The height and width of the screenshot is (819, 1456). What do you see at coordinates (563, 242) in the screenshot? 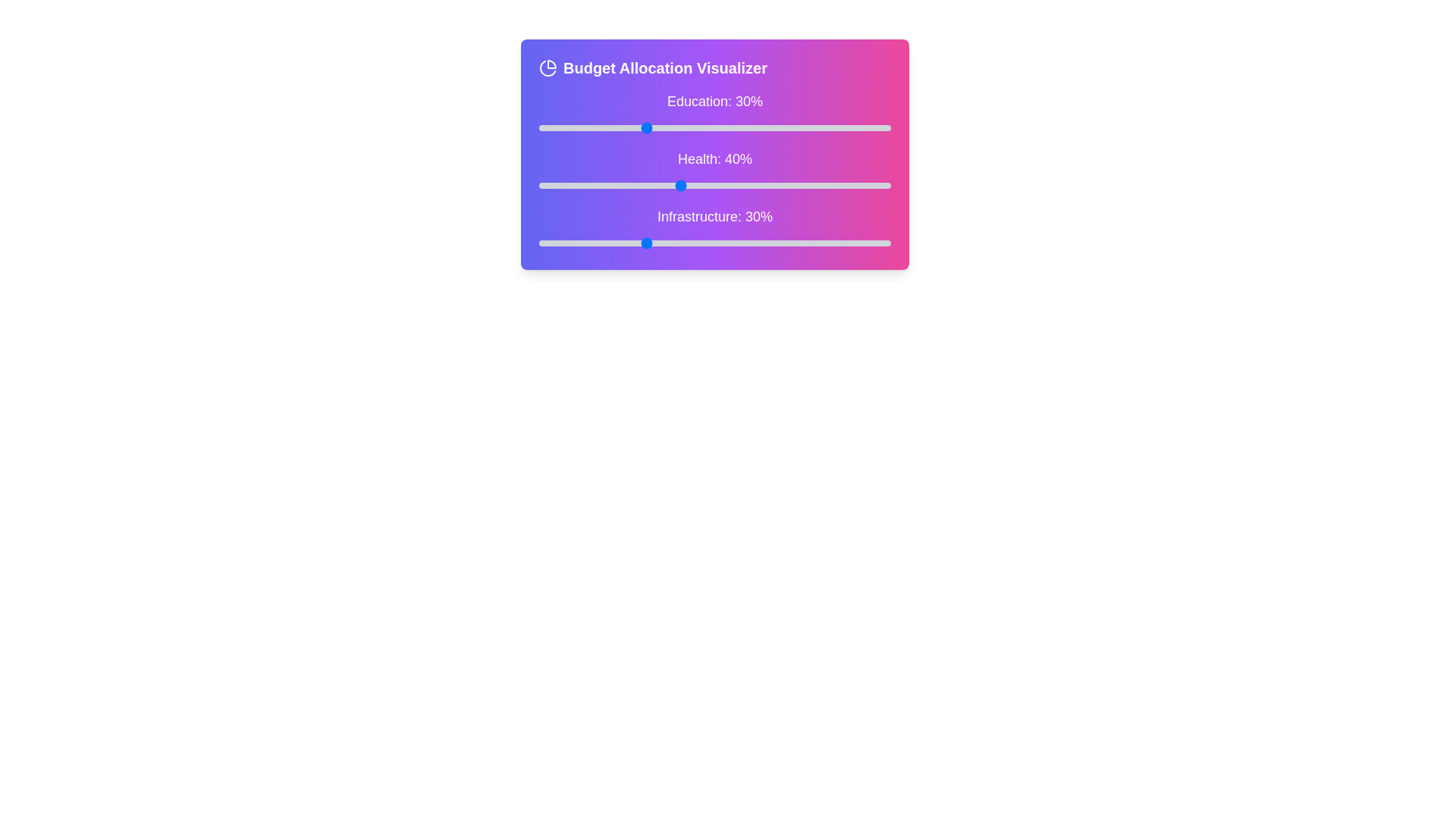
I see `'Infrastructure' percentage` at bounding box center [563, 242].